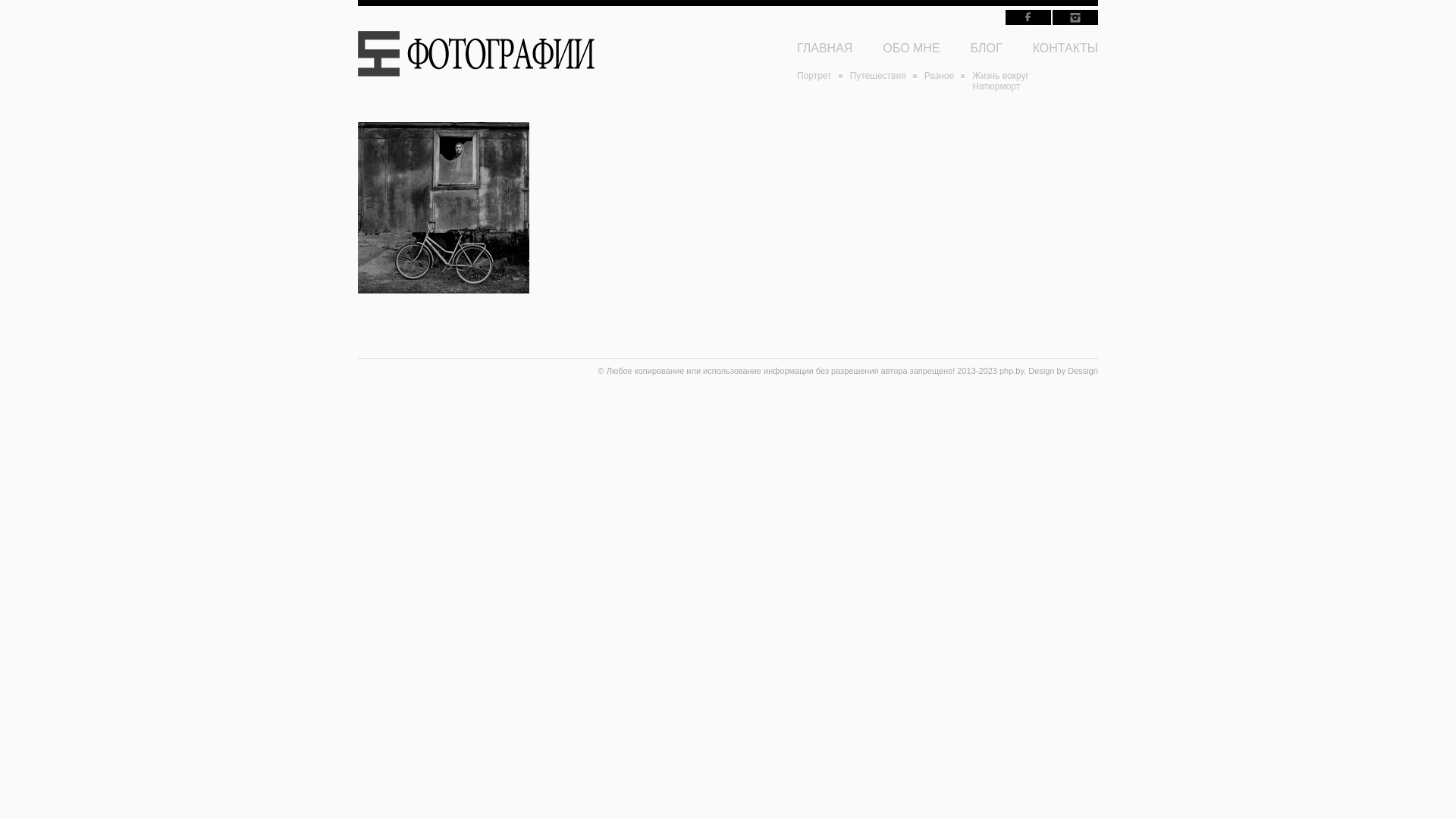 The width and height of the screenshot is (1456, 819). I want to click on 'Dessign', so click(1066, 371).